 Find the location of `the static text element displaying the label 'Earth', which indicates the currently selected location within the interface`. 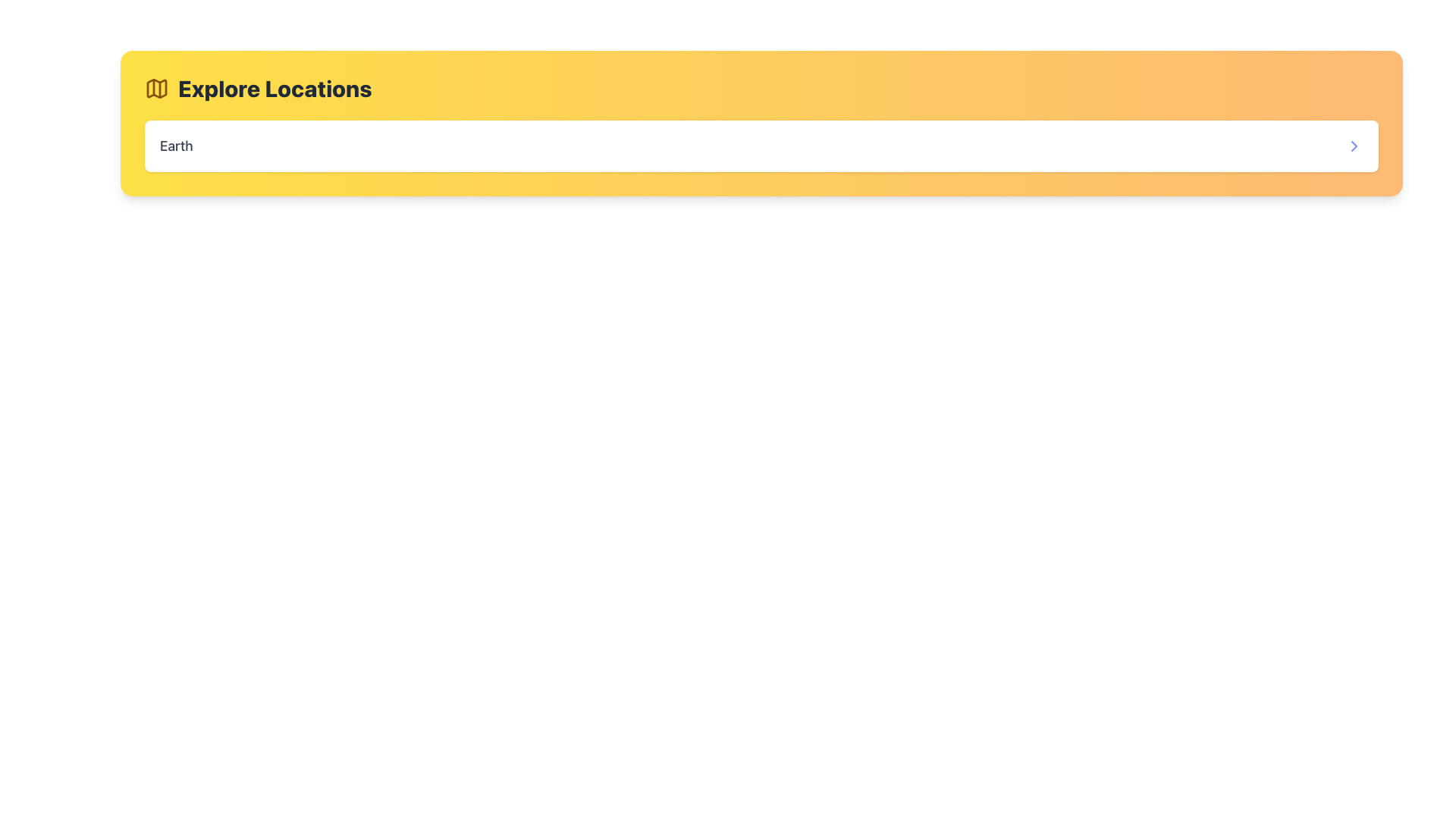

the static text element displaying the label 'Earth', which indicates the currently selected location within the interface is located at coordinates (176, 146).